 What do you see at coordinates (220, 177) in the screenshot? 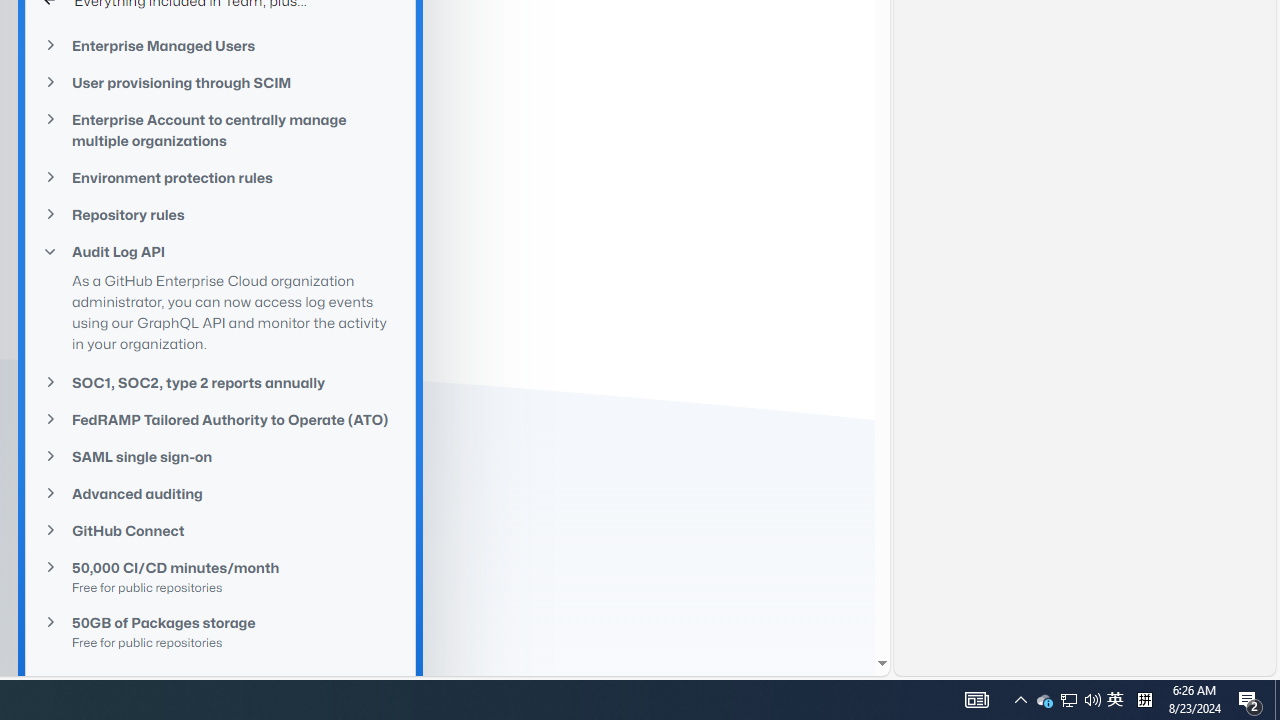
I see `'Environment protection rules'` at bounding box center [220, 177].